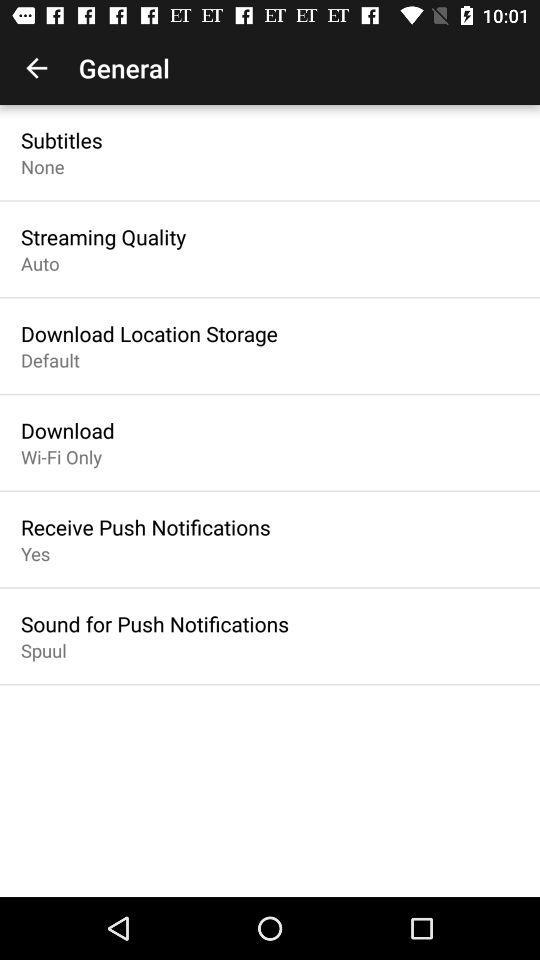 This screenshot has width=540, height=960. I want to click on the download location storage, so click(148, 333).